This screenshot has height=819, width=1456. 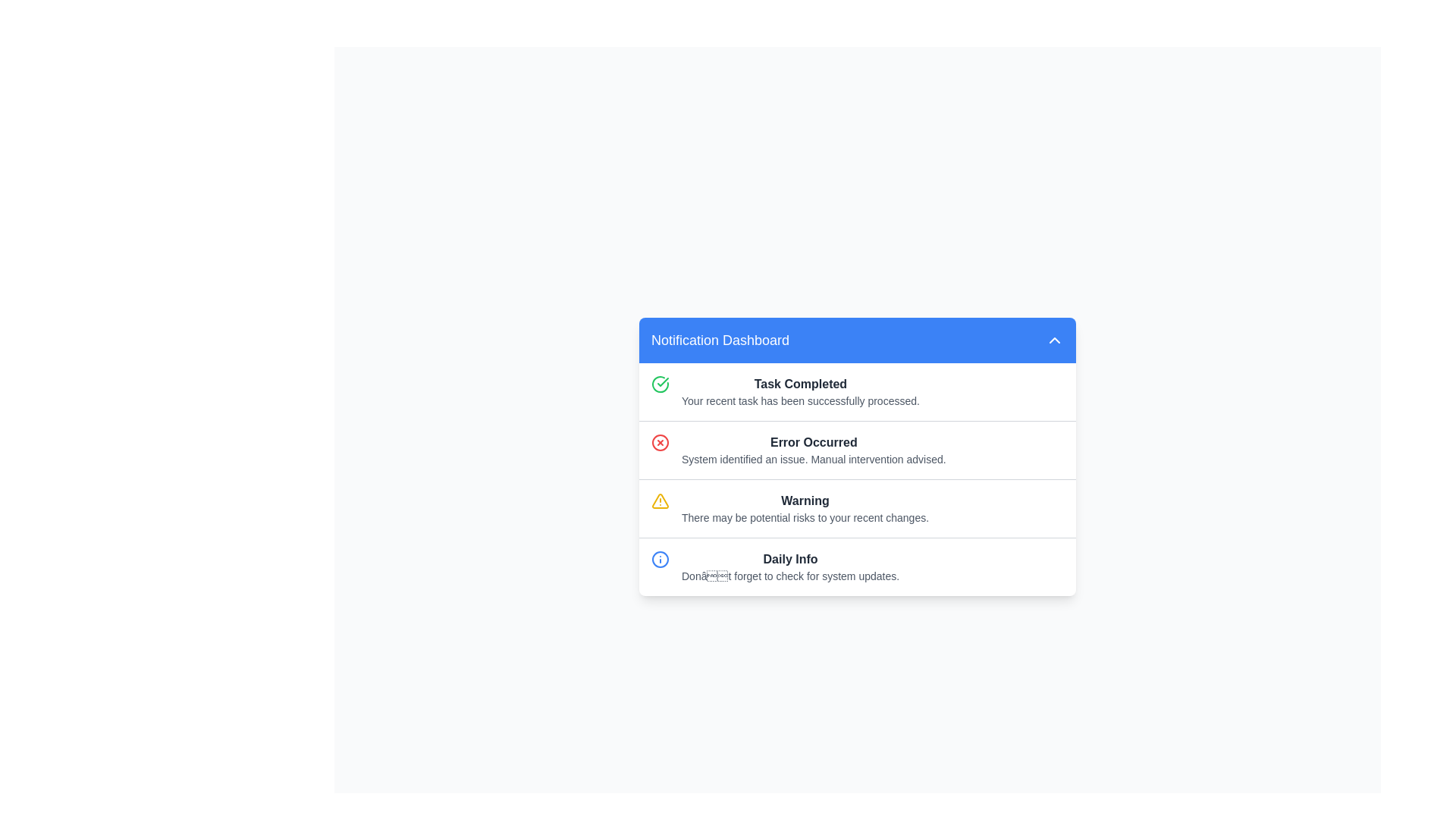 What do you see at coordinates (1054, 338) in the screenshot?
I see `the upward-pointing chevron icon button located at the top right corner of the 'Notification Dashboard' header` at bounding box center [1054, 338].